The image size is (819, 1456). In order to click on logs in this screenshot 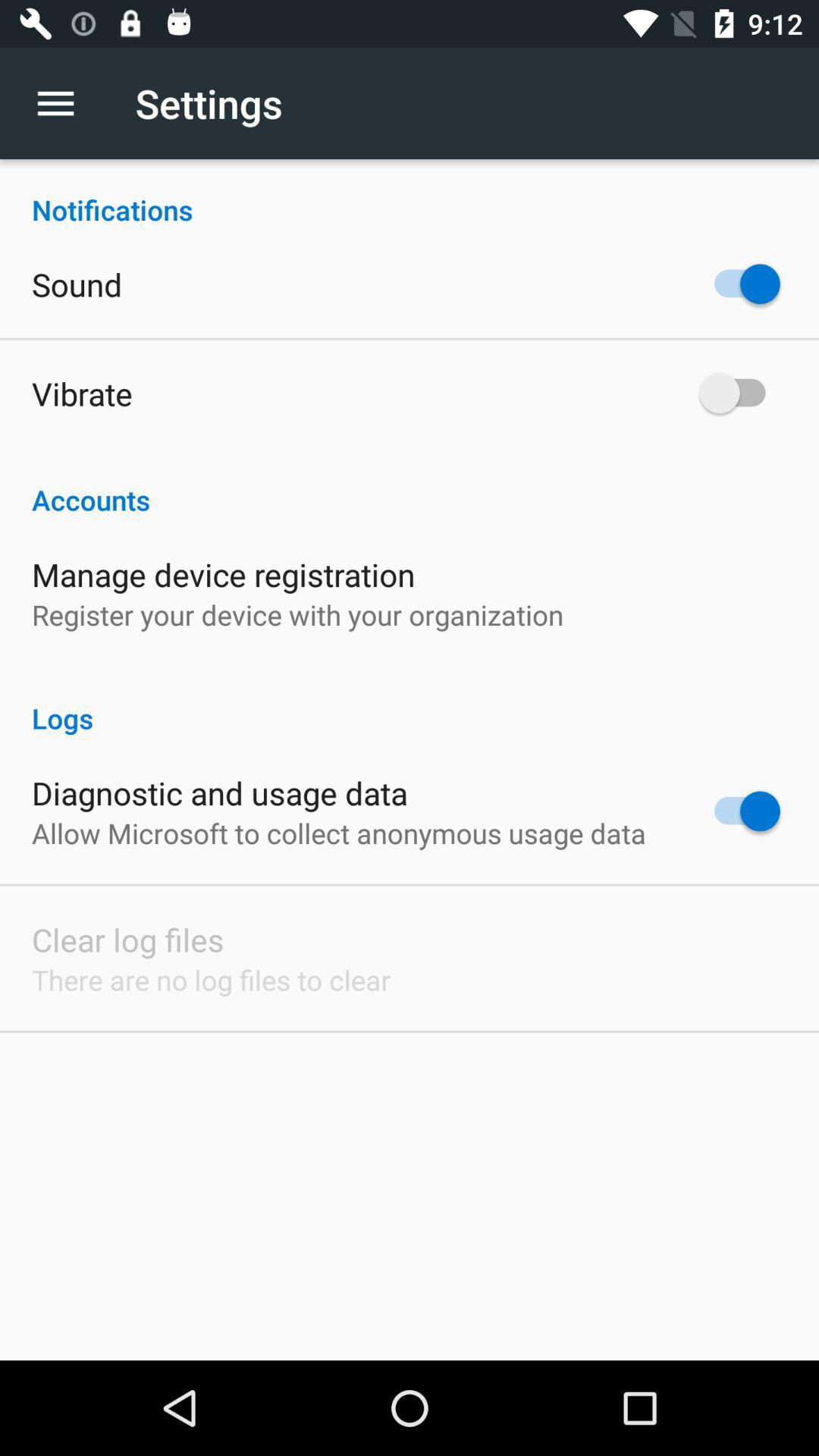, I will do `click(409, 701)`.